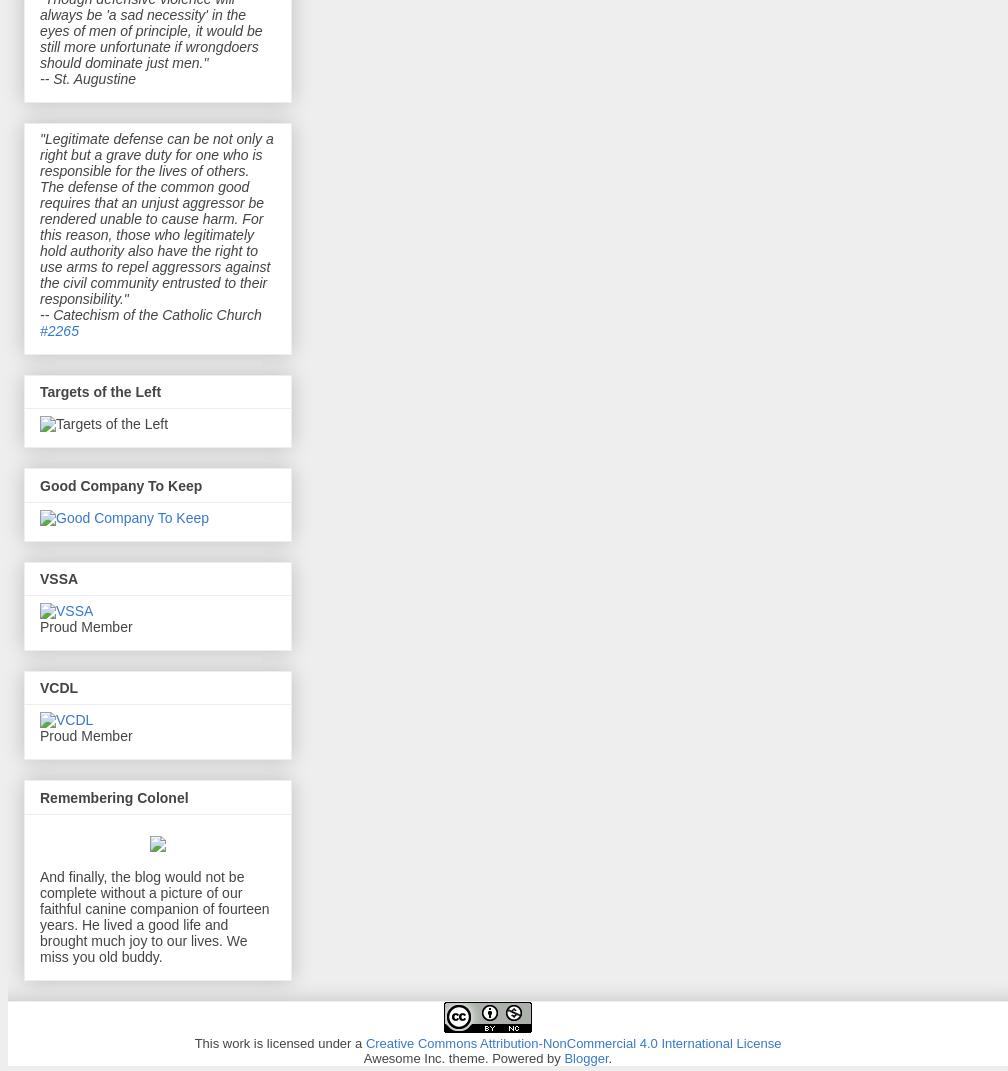 The image size is (1008, 1071). Describe the element at coordinates (279, 1042) in the screenshot. I see `'This work is licensed under a'` at that location.